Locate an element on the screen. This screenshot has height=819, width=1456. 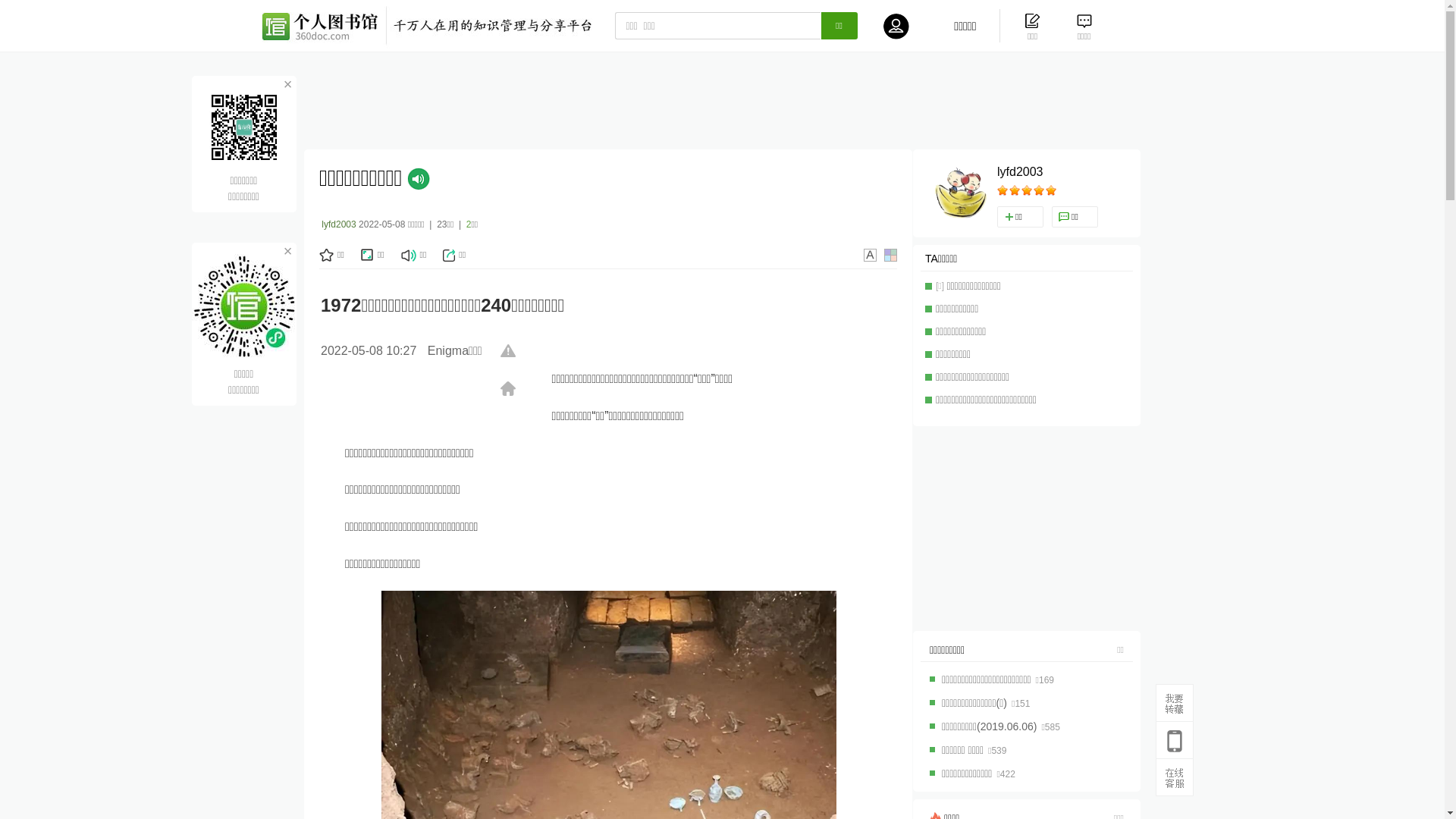
'lyfd2003' is located at coordinates (337, 224).